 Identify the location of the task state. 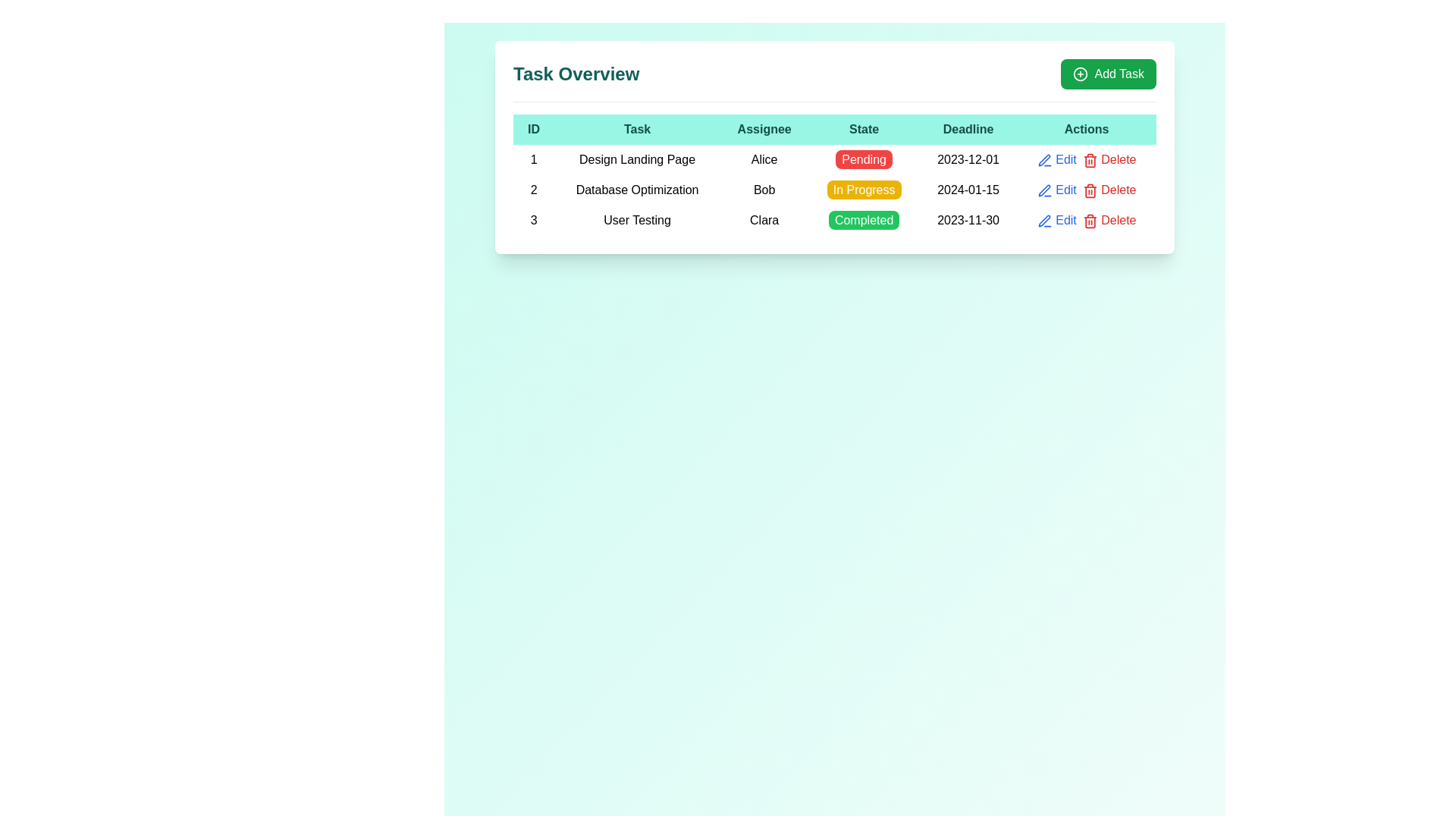
(864, 160).